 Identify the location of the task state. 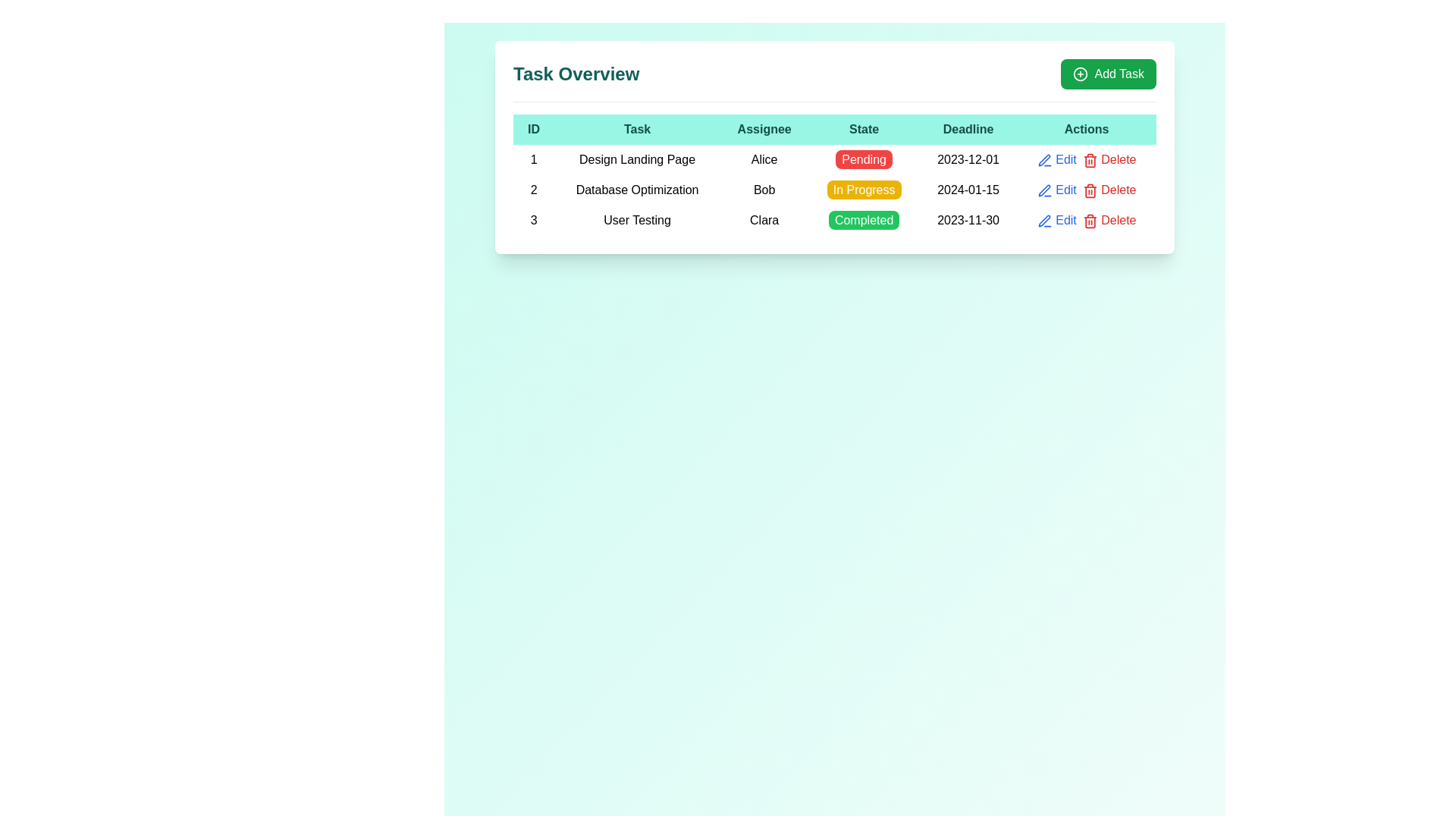
(864, 160).